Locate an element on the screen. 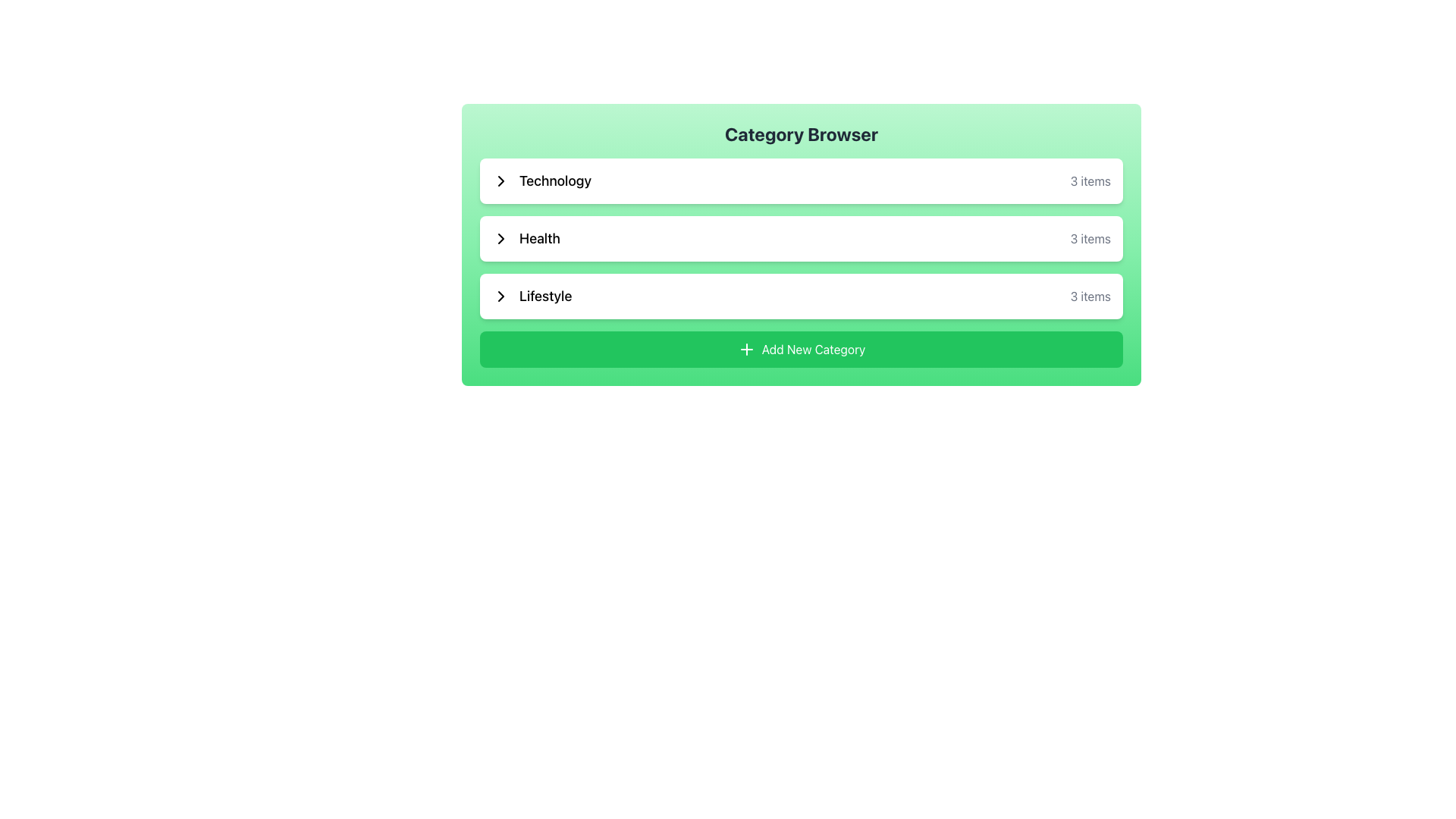 This screenshot has width=1456, height=819. the chevron icon in the third row of the 'Lifestyle' category is located at coordinates (501, 296).